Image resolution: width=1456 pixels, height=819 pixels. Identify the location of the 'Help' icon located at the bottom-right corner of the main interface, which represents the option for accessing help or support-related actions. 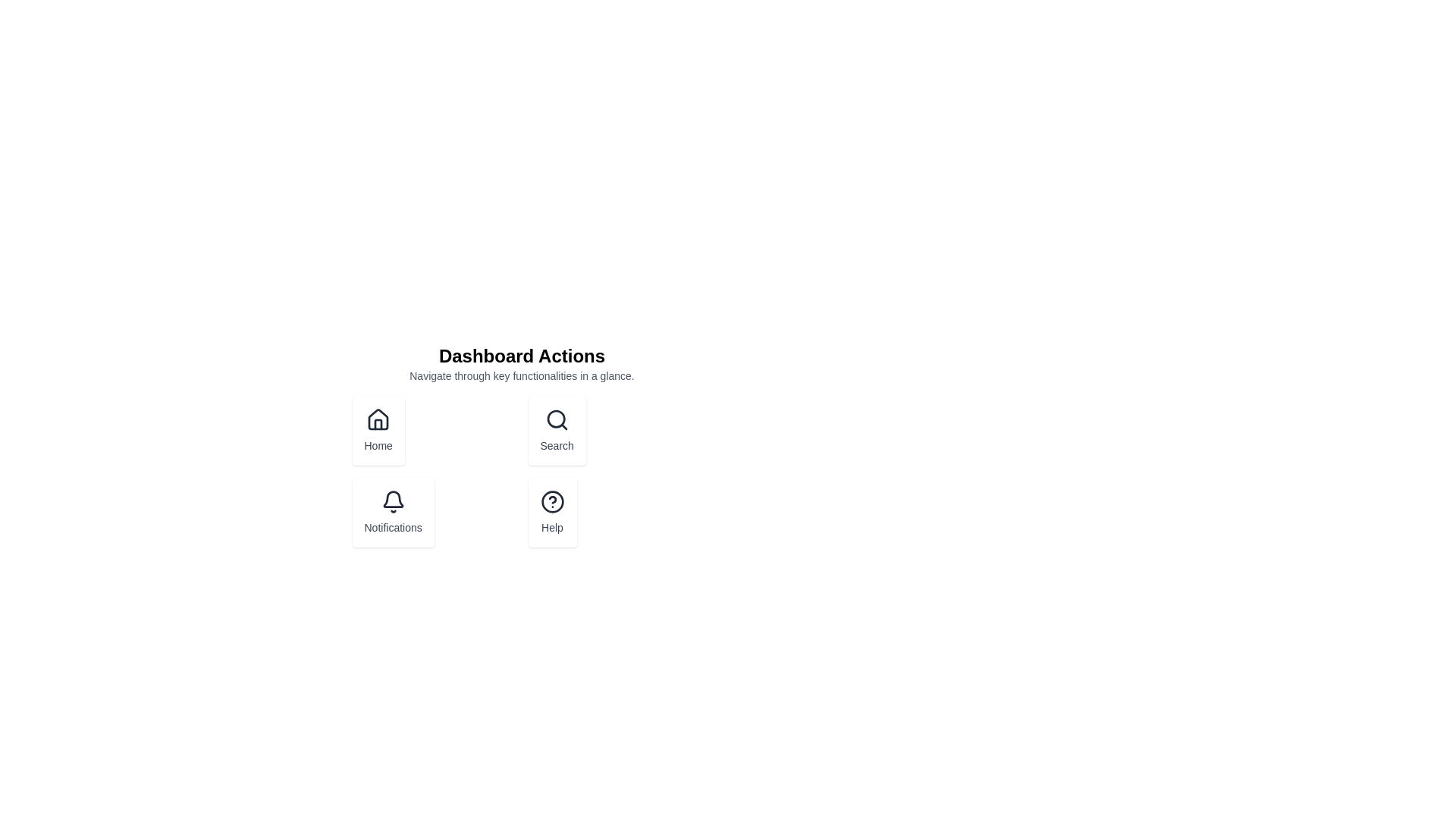
(551, 502).